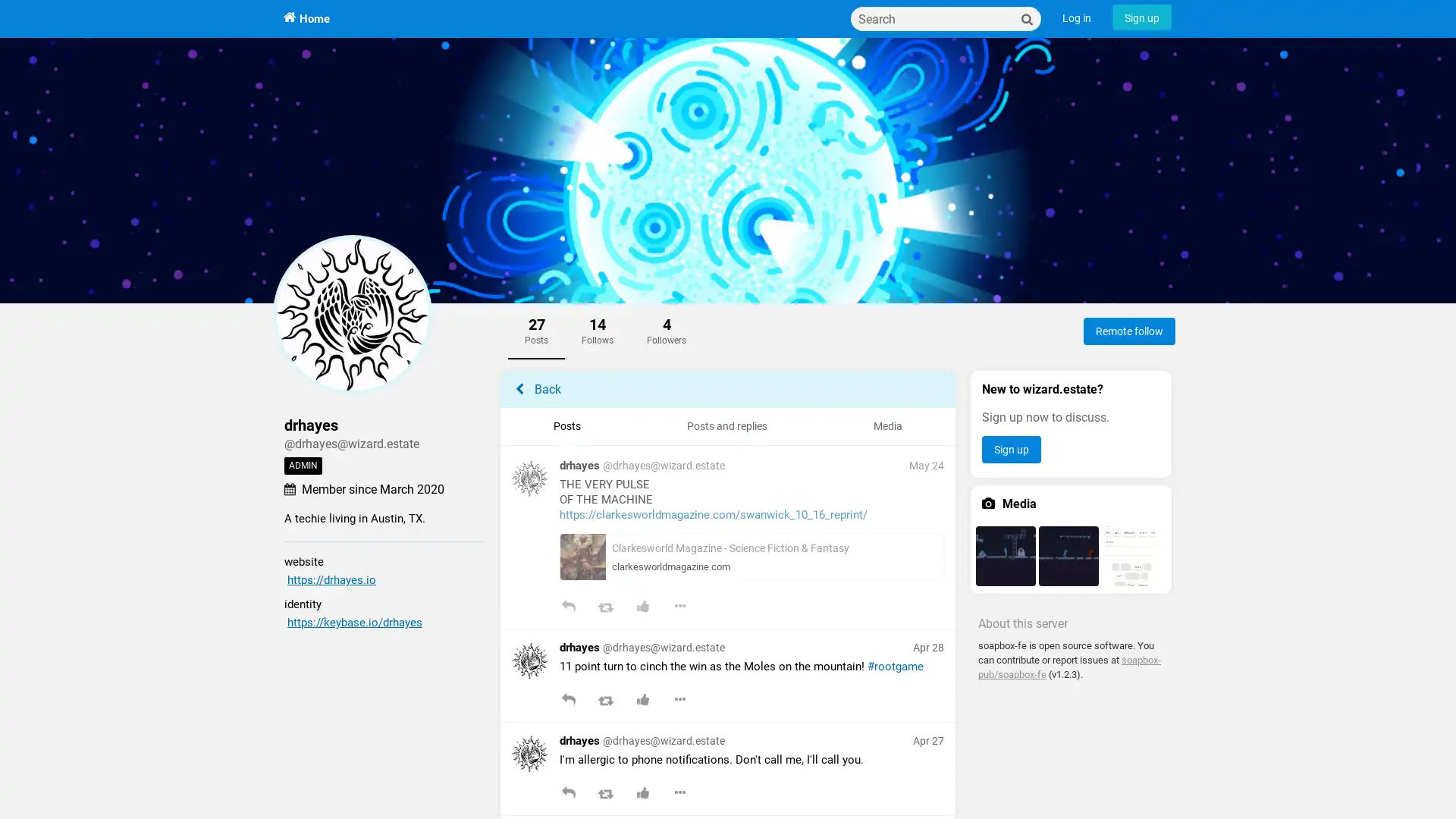  What do you see at coordinates (1129, 330) in the screenshot?
I see `Remote follow` at bounding box center [1129, 330].